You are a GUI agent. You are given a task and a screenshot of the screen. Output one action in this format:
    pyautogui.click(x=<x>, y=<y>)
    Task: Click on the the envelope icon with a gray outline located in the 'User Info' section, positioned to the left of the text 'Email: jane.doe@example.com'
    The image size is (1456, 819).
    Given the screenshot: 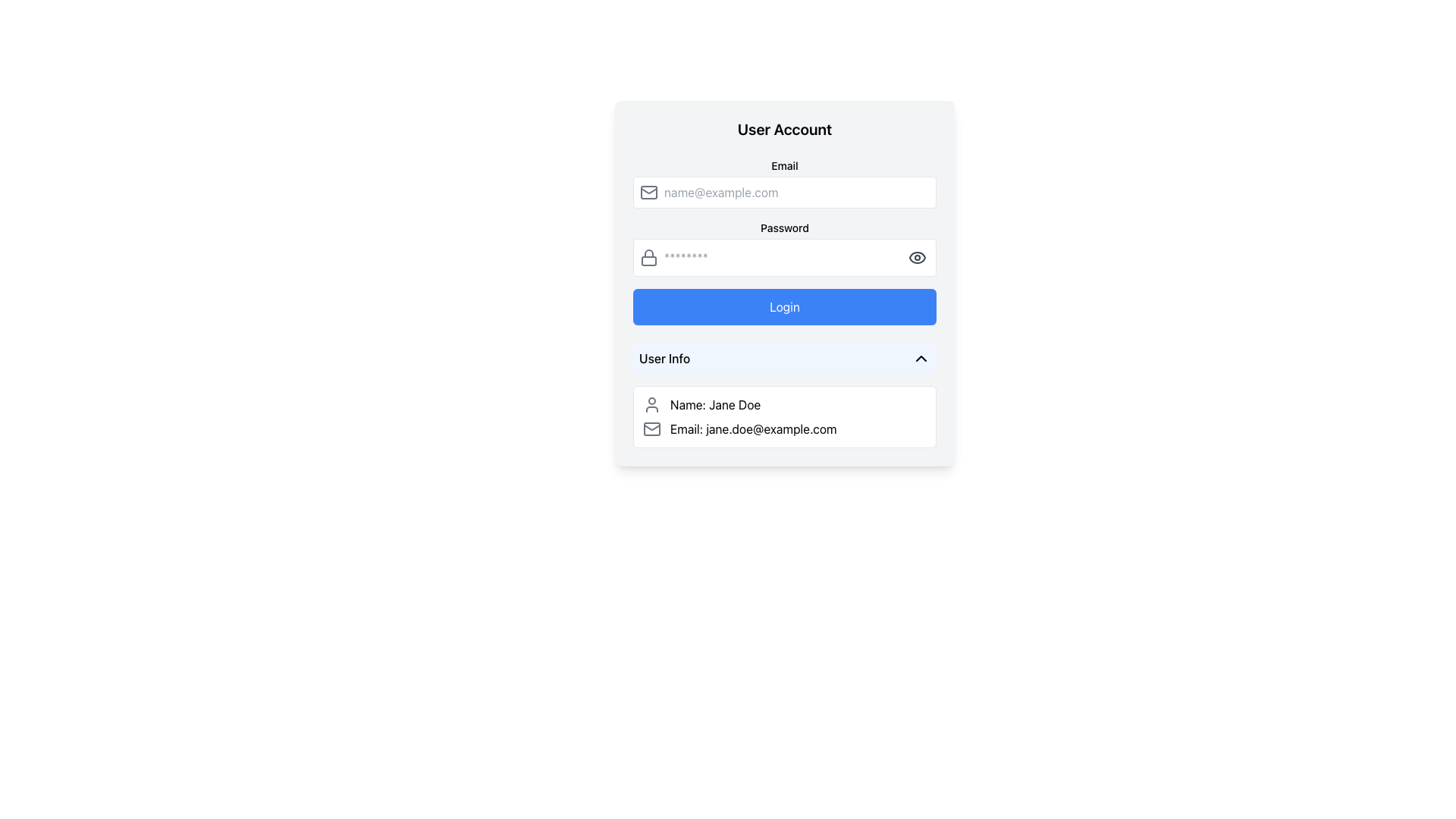 What is the action you would take?
    pyautogui.click(x=651, y=429)
    